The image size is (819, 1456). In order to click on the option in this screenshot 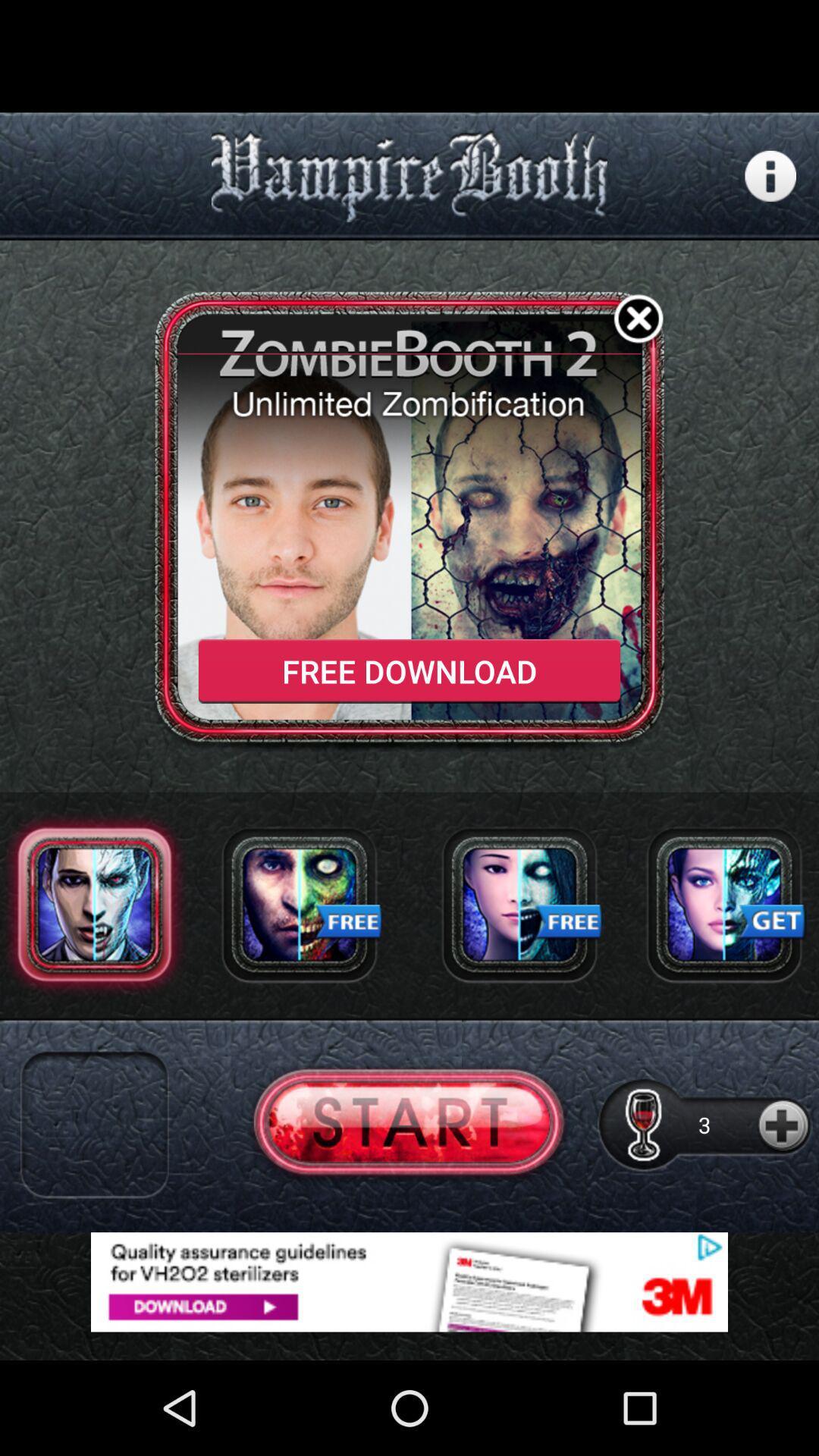, I will do `click(639, 321)`.